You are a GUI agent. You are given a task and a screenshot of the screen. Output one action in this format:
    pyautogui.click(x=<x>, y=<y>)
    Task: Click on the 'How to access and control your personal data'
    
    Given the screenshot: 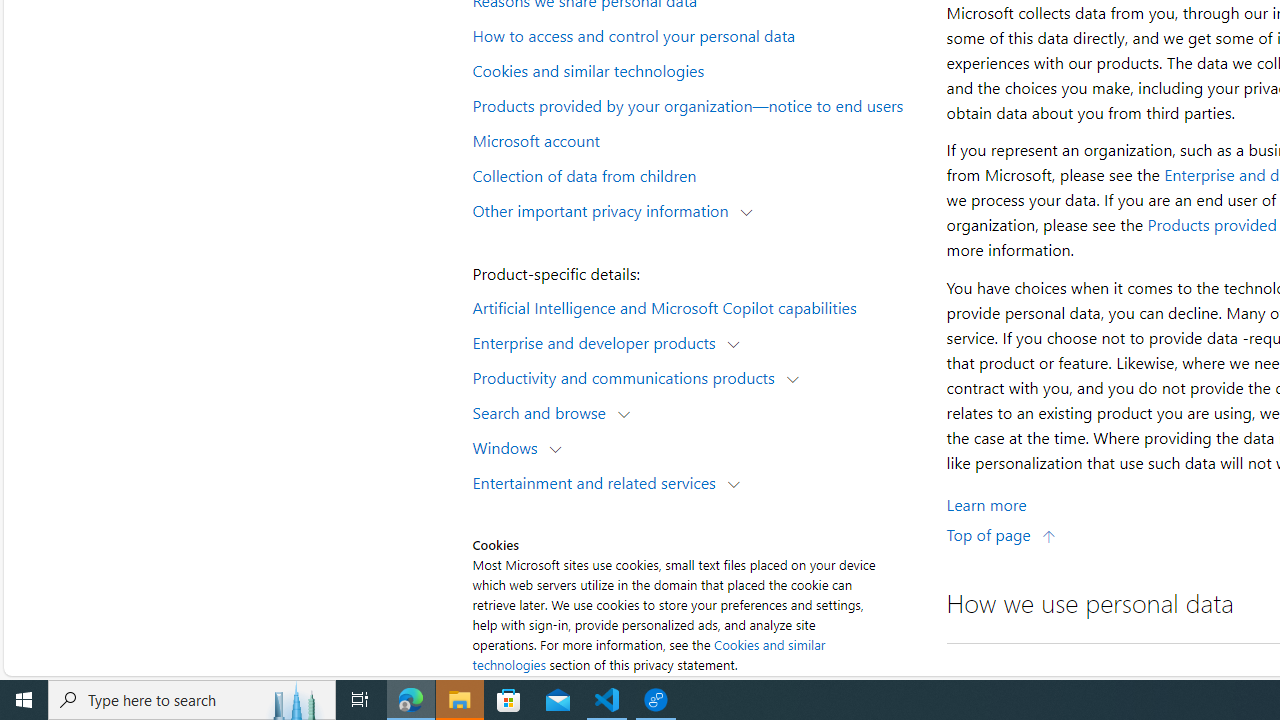 What is the action you would take?
    pyautogui.click(x=696, y=35)
    